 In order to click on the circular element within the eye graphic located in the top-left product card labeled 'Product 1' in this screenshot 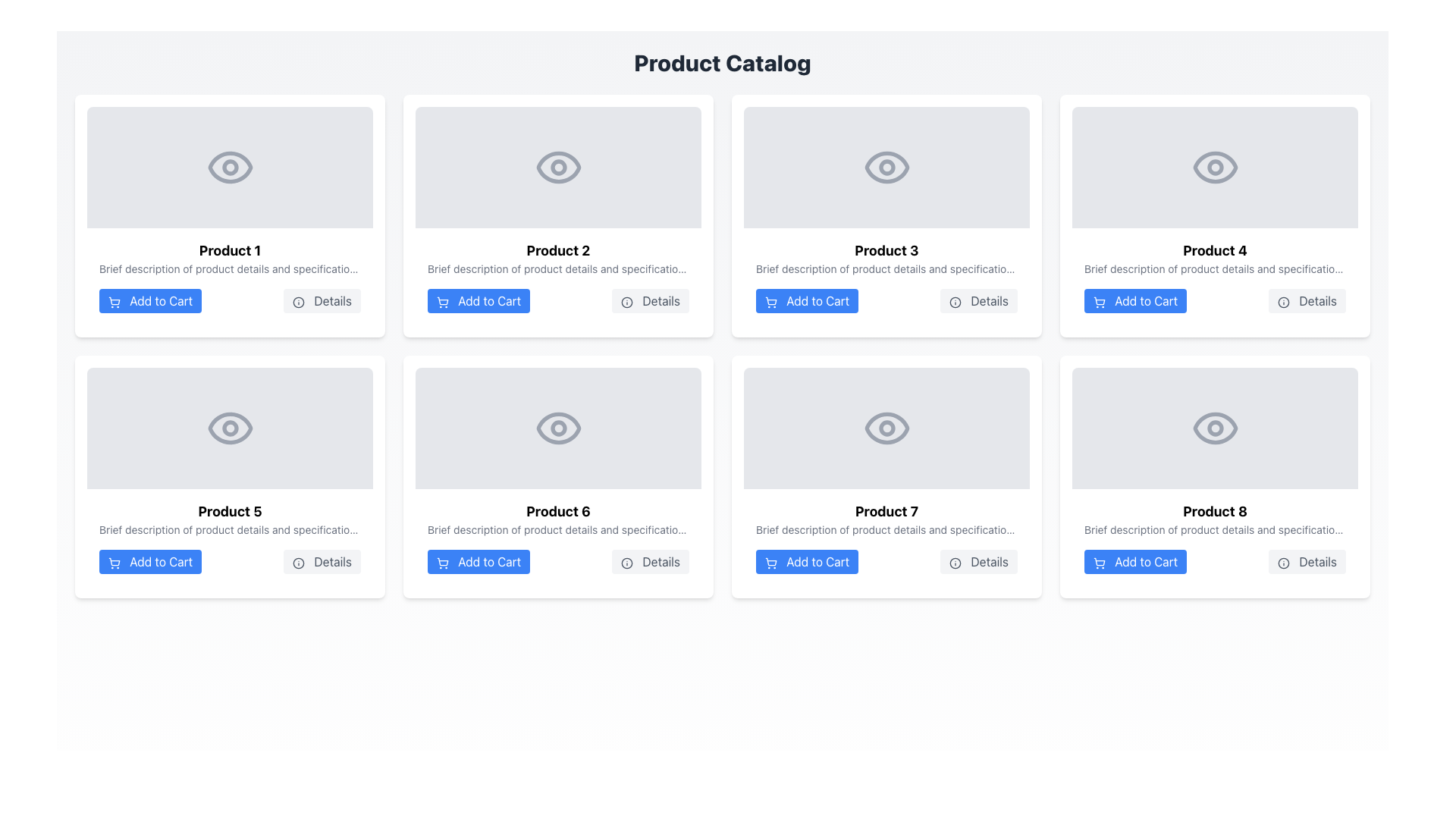, I will do `click(229, 167)`.